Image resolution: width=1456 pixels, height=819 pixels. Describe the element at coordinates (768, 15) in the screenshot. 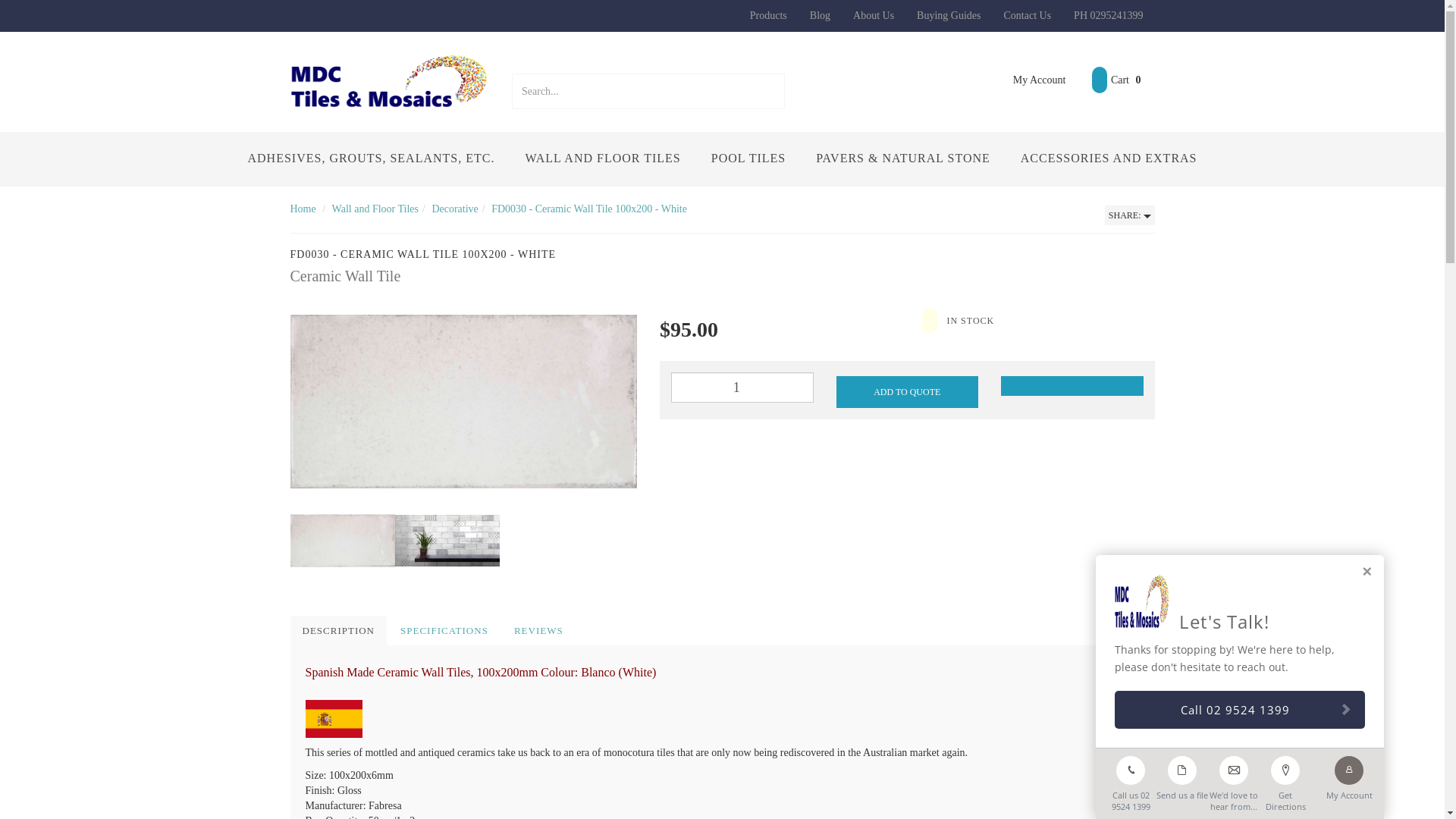

I see `'Products'` at that location.